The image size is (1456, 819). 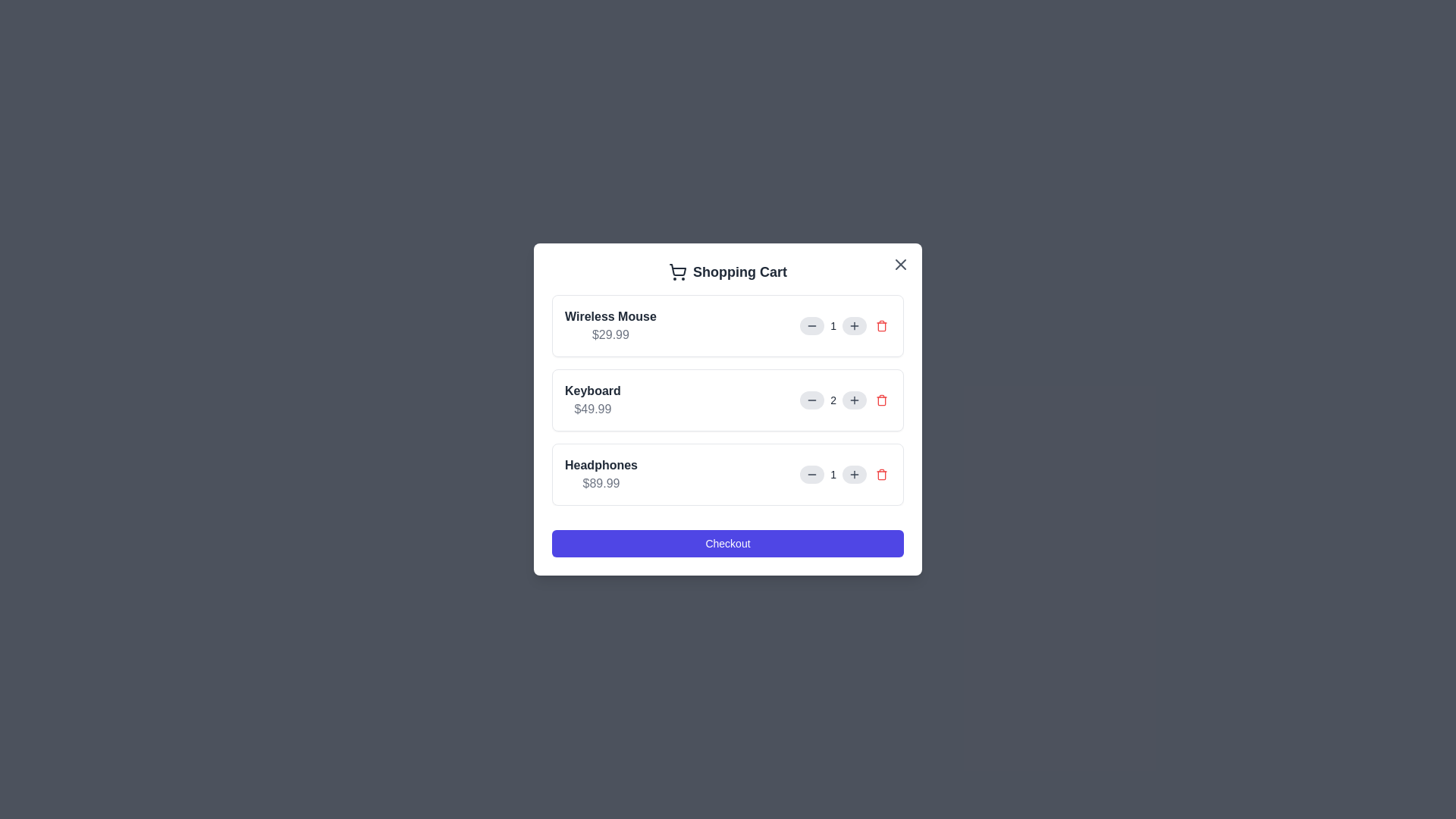 I want to click on the close button located at the top-right corner of the 'Shopping Cart' dialog, so click(x=901, y=263).